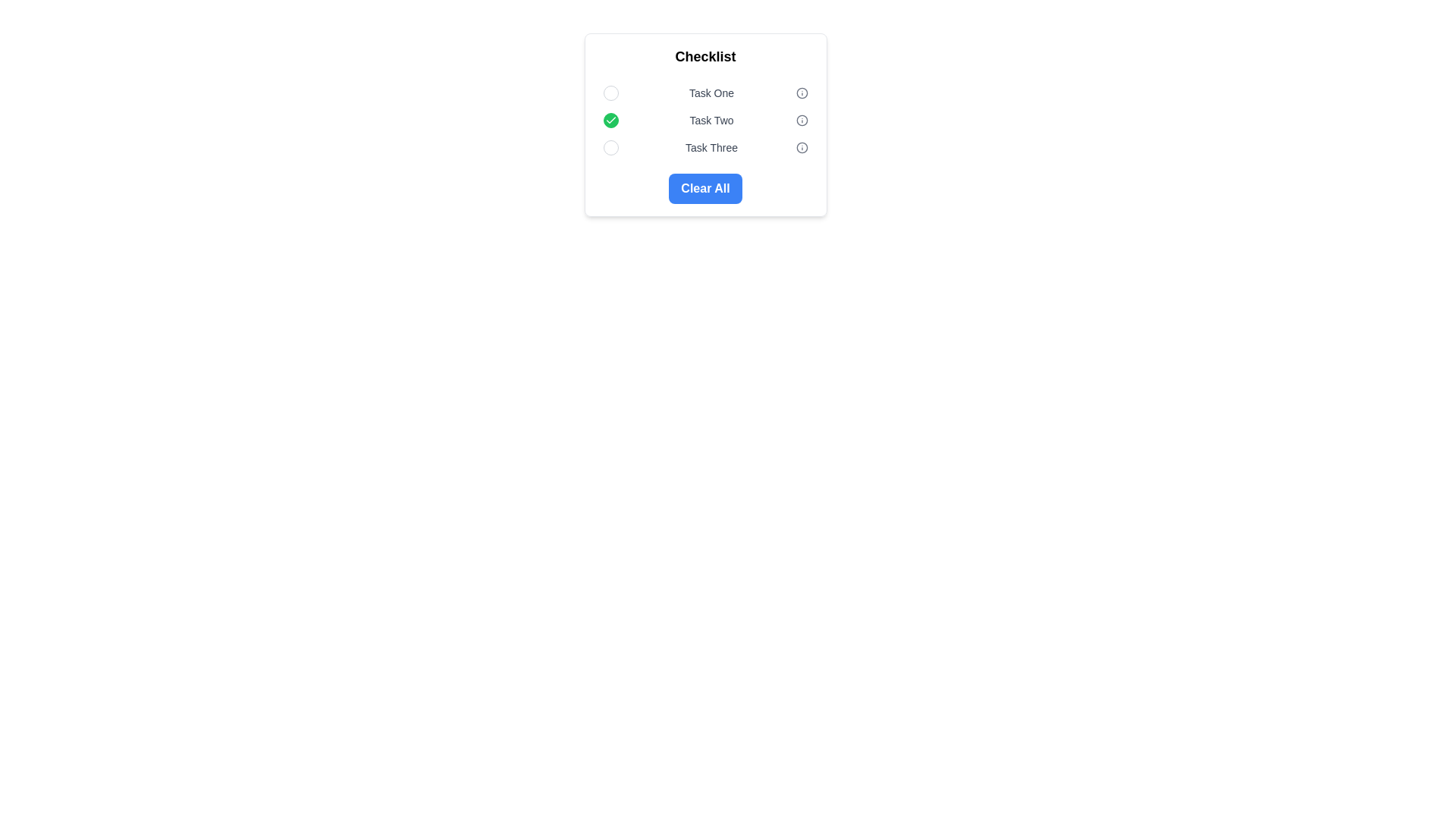 The height and width of the screenshot is (819, 1456). Describe the element at coordinates (711, 119) in the screenshot. I see `the descriptive label for the second item in the checklist, which is located to the right of a green circular checkmark and above the text labeled 'Task Three'` at that location.